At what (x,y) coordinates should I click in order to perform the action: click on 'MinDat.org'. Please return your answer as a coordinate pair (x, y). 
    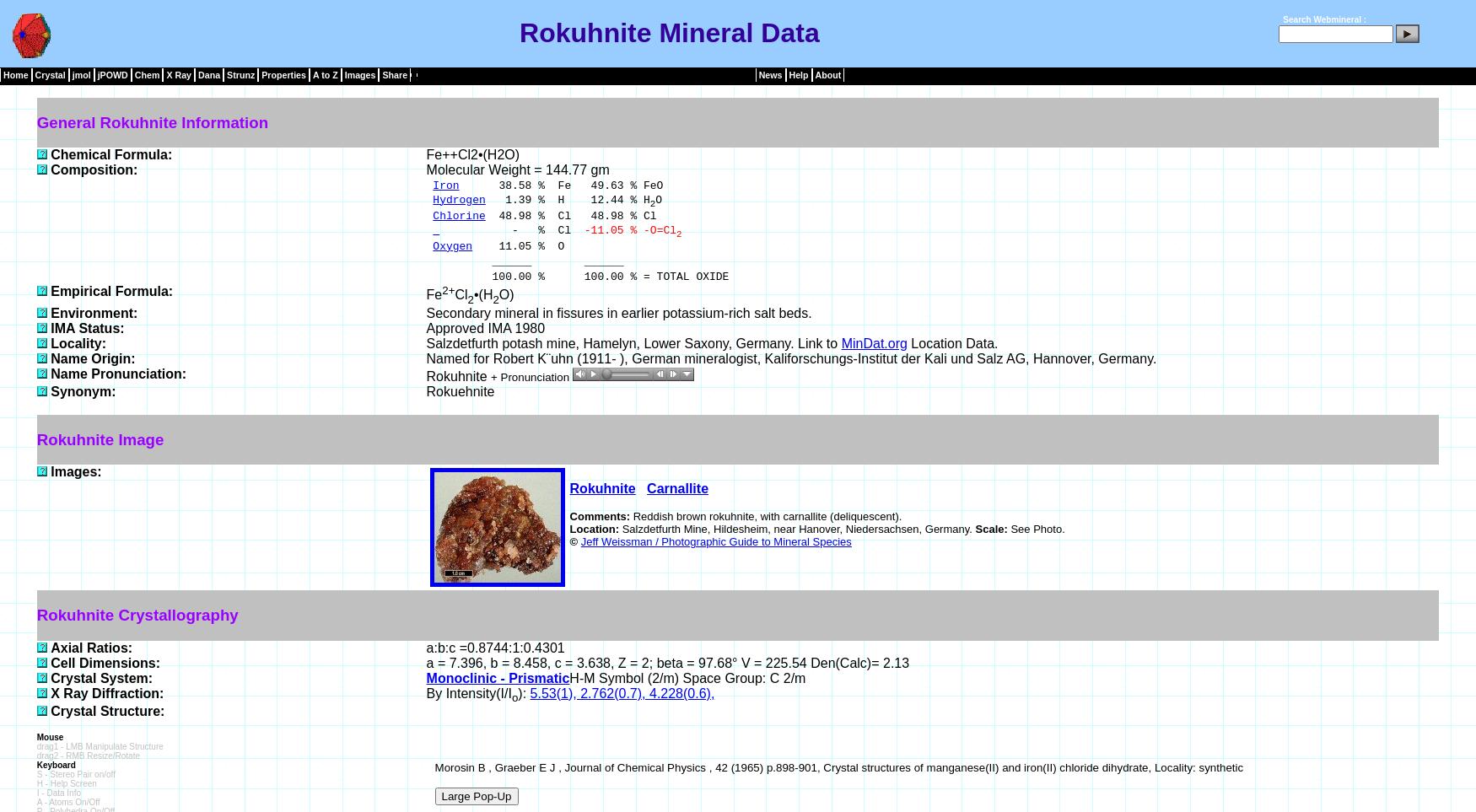
    Looking at the image, I should click on (840, 342).